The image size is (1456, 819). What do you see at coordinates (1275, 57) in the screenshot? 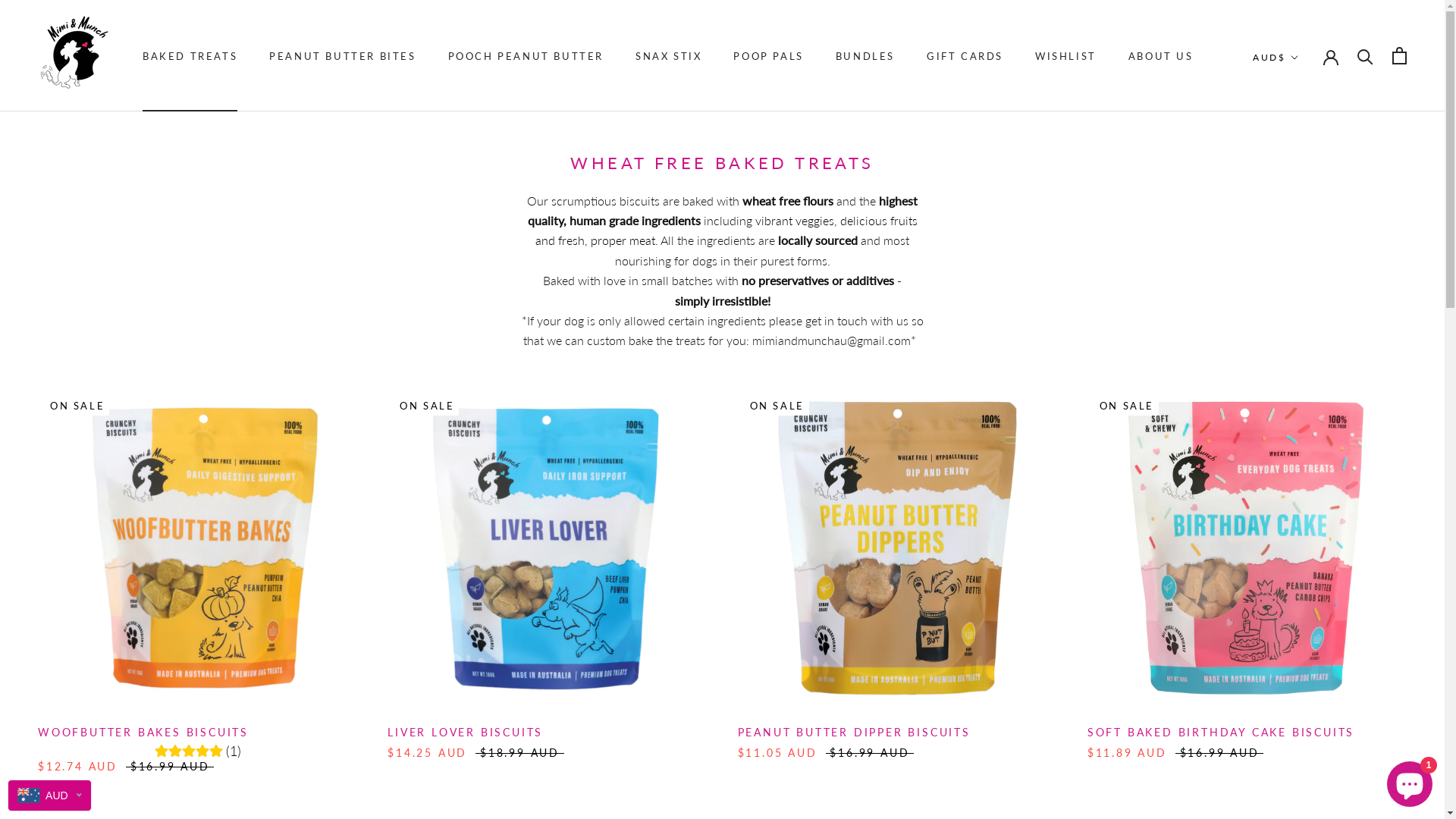
I see `'AUD$'` at bounding box center [1275, 57].